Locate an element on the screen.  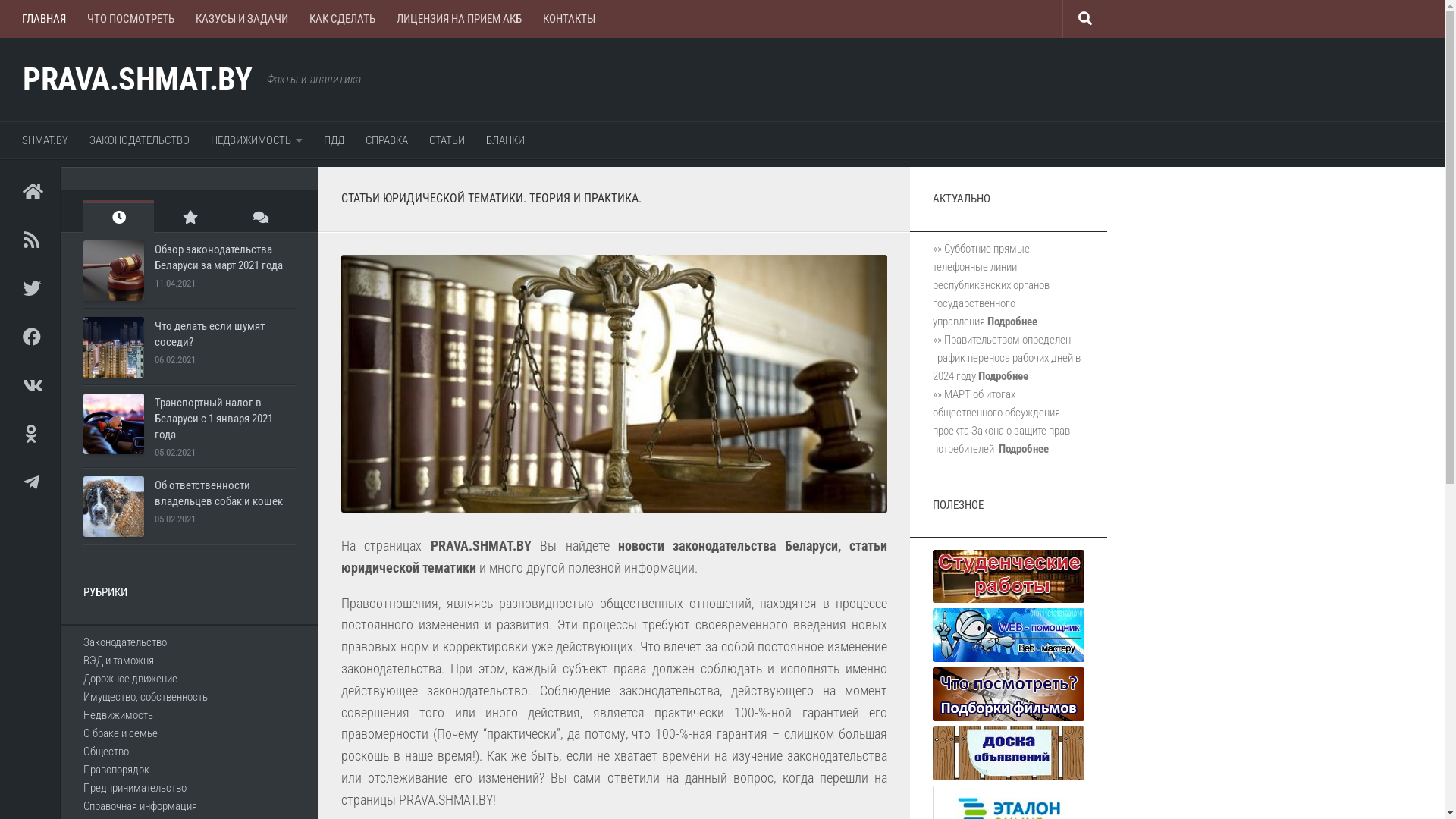
'Twitter' is located at coordinates (30, 288).